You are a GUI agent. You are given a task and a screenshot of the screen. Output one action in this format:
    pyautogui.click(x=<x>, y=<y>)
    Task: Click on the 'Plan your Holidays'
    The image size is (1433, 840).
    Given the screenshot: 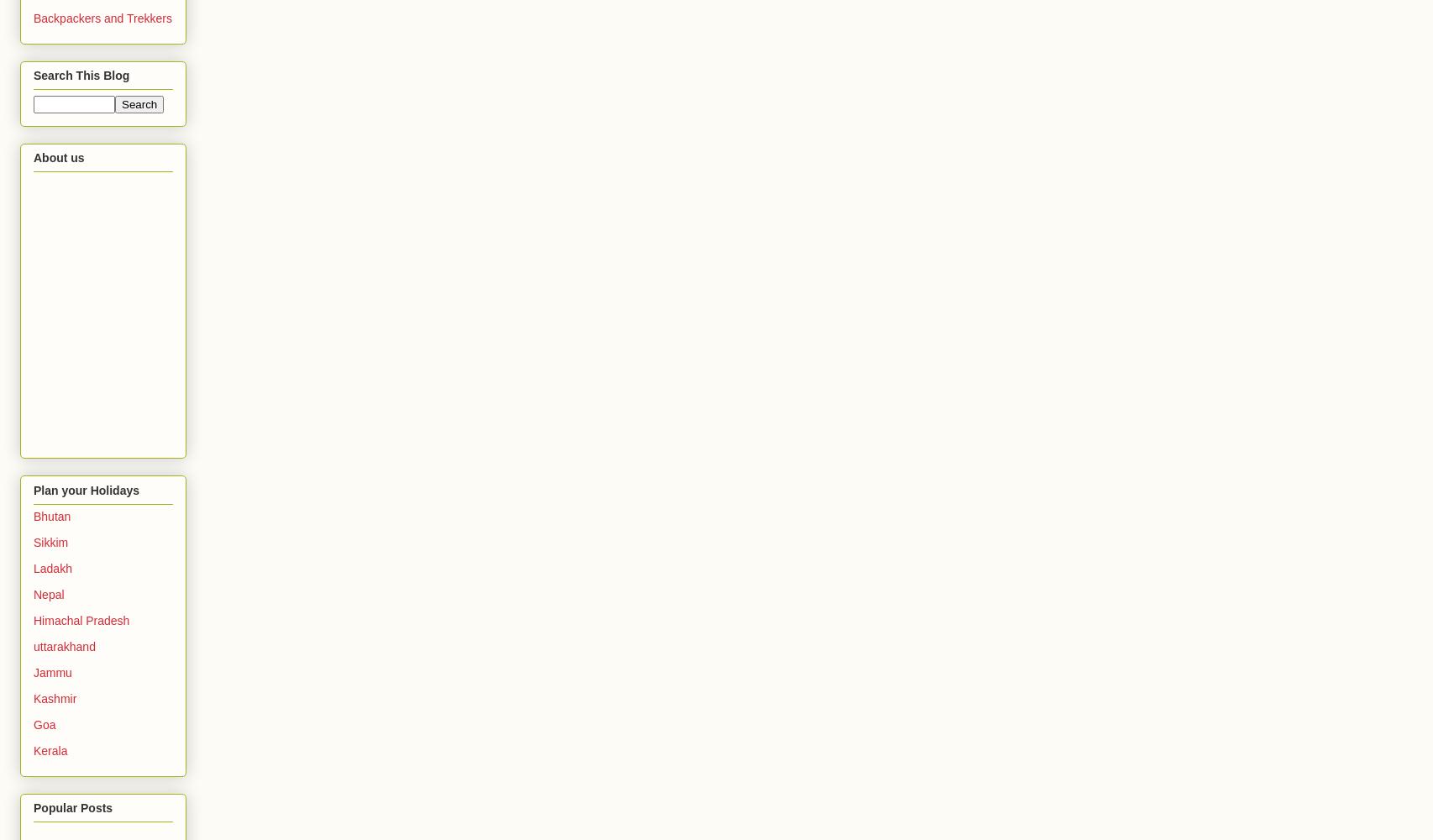 What is the action you would take?
    pyautogui.click(x=33, y=489)
    